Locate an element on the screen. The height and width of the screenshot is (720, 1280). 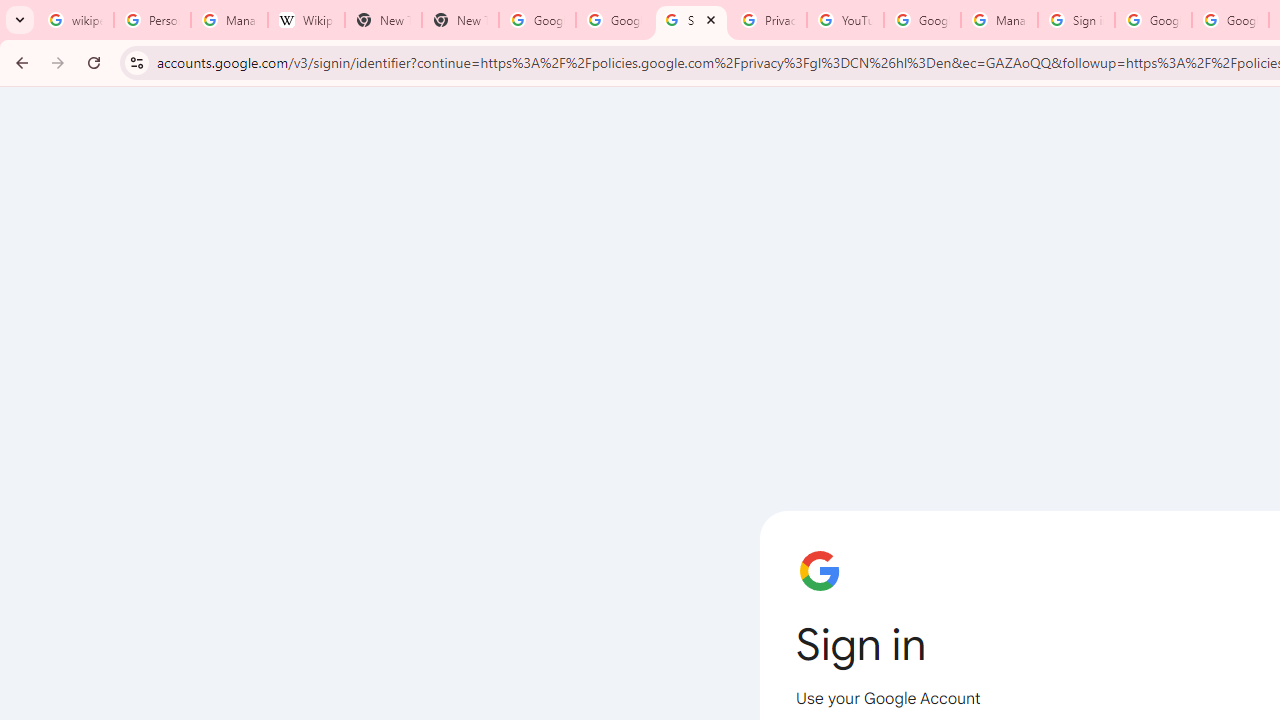
'Wikipedia:Edit requests - Wikipedia' is located at coordinates (305, 20).